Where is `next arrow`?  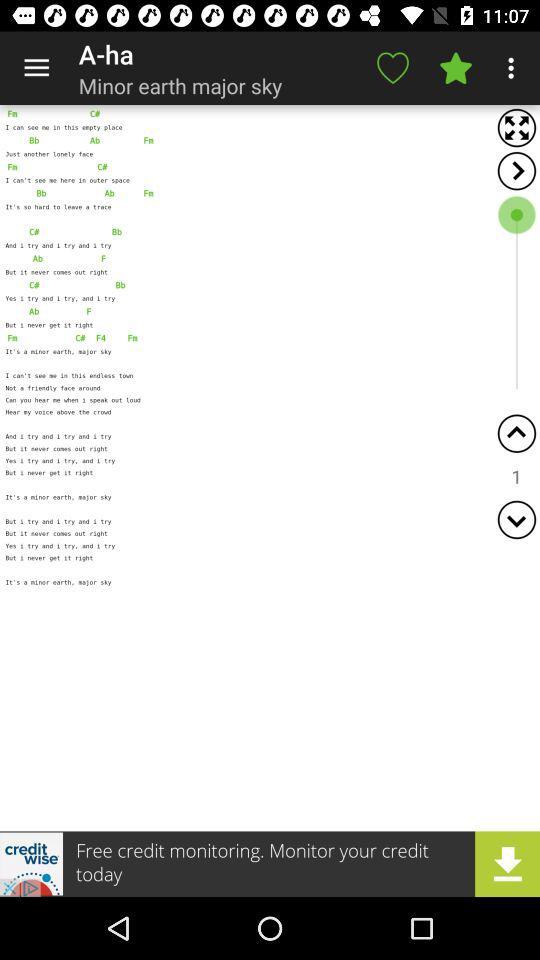
next arrow is located at coordinates (516, 170).